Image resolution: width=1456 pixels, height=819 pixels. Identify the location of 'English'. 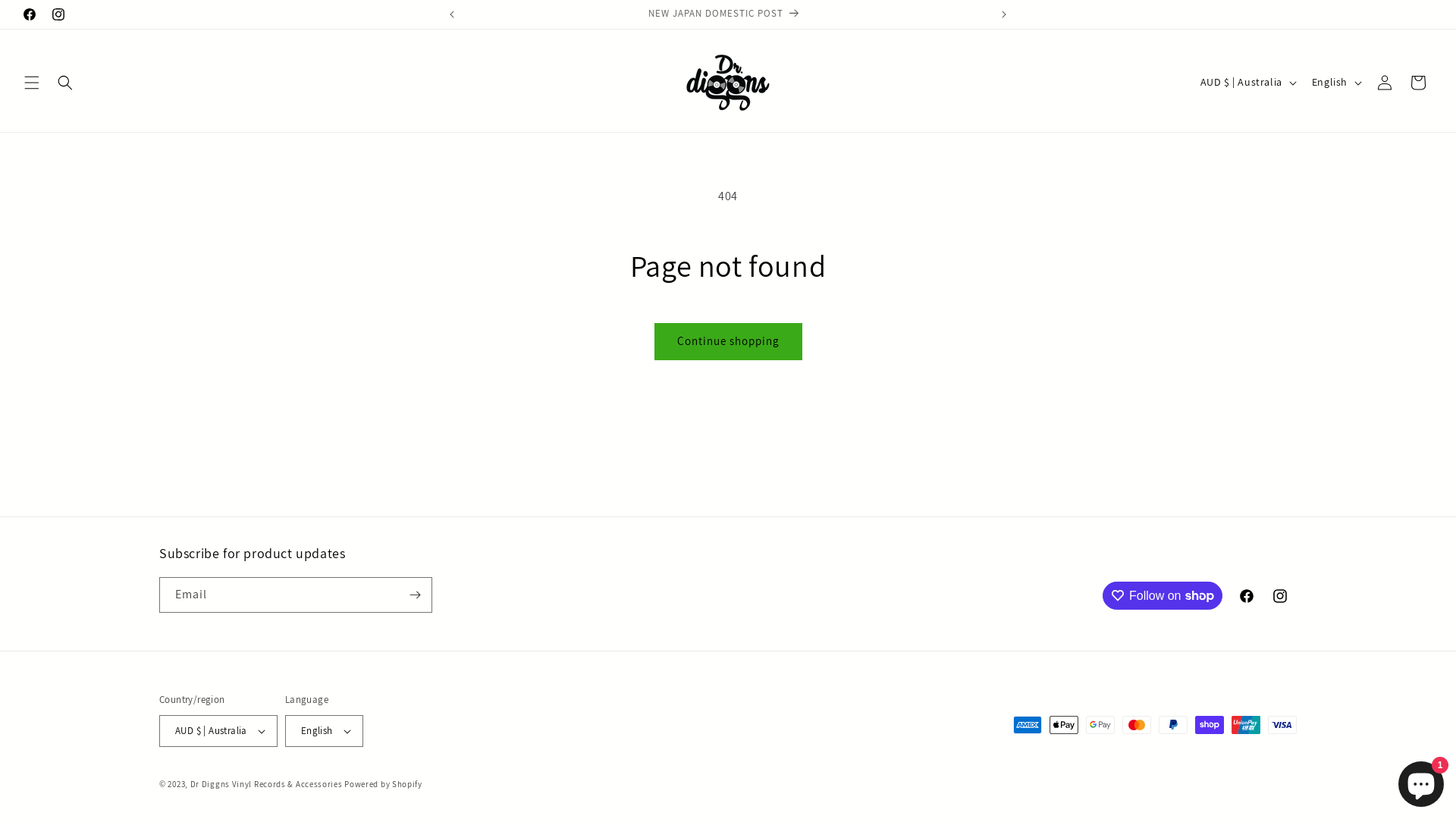
(323, 730).